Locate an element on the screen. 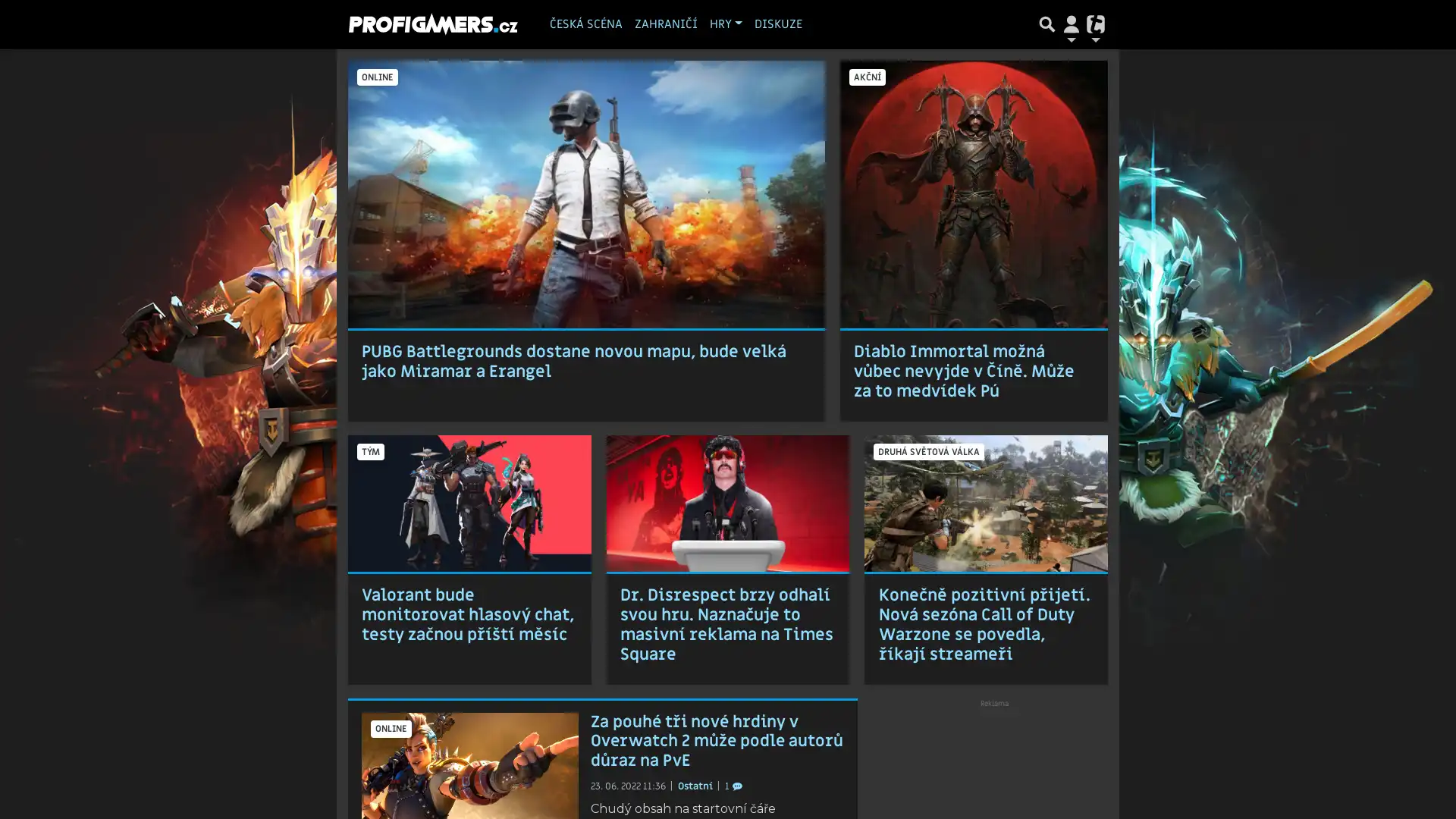  Prepnout navigaci is located at coordinates (1070, 24).